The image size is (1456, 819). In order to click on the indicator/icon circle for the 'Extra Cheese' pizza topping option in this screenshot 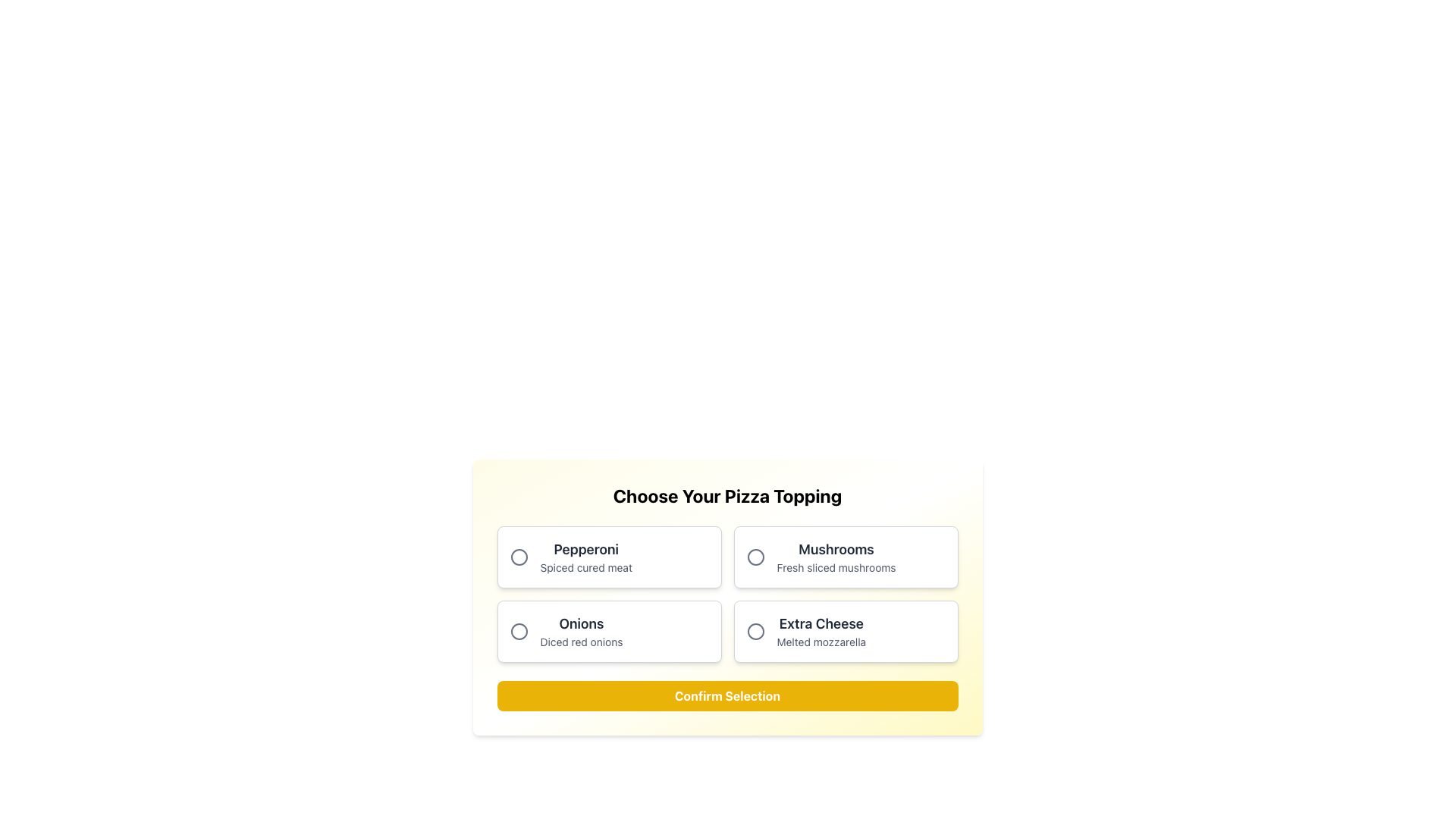, I will do `click(755, 632)`.